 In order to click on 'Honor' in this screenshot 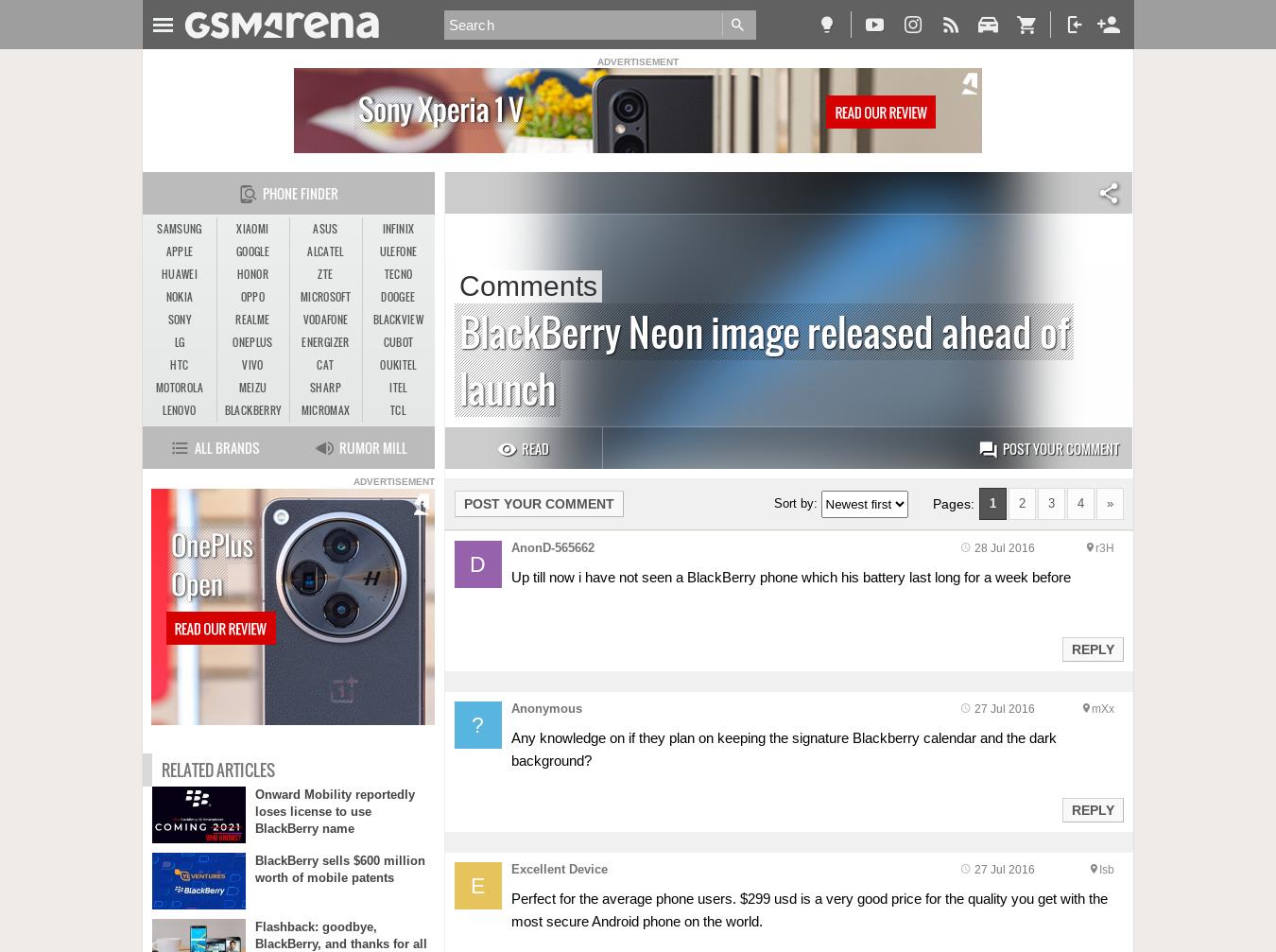, I will do `click(251, 274)`.